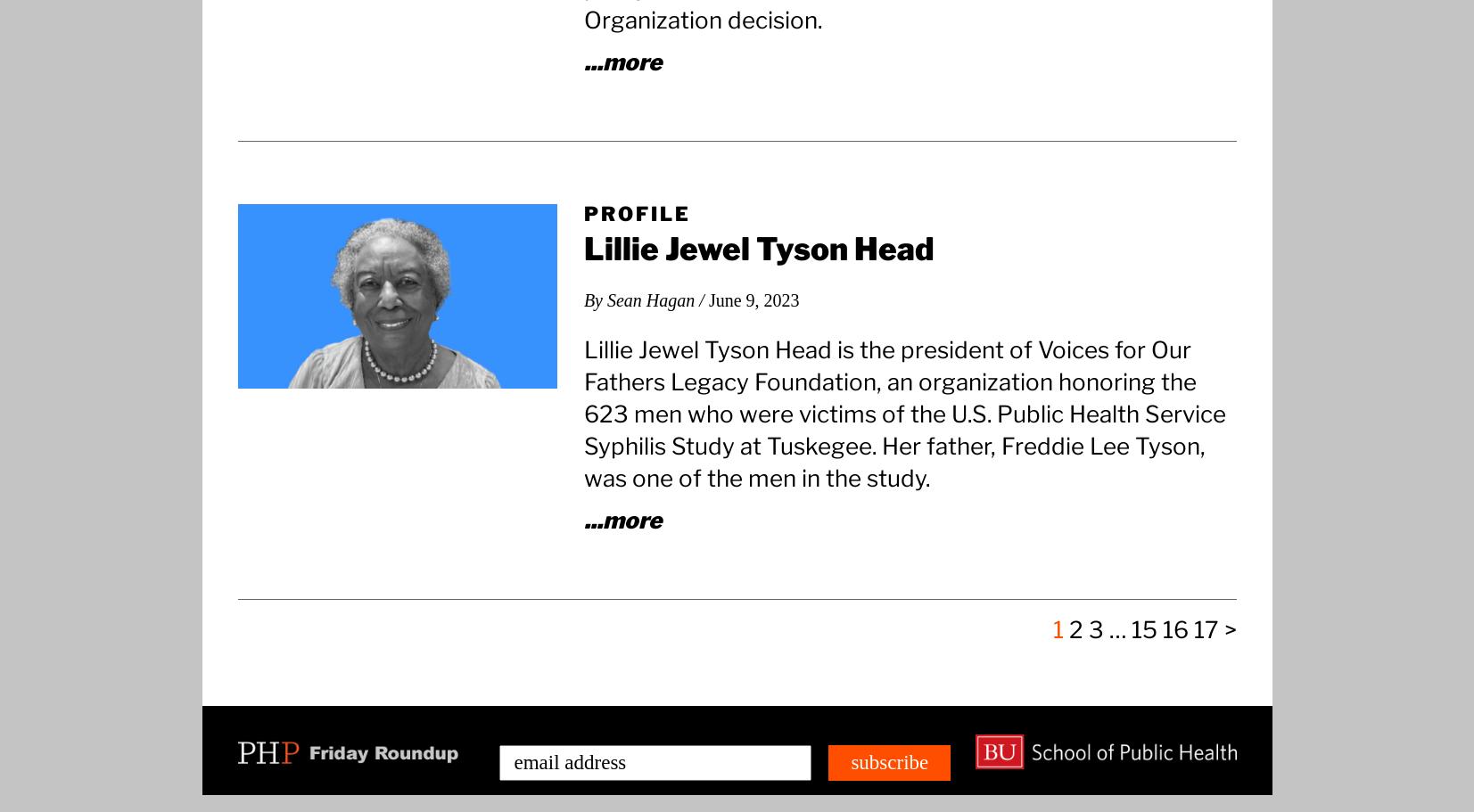  I want to click on '2', so click(1075, 628).